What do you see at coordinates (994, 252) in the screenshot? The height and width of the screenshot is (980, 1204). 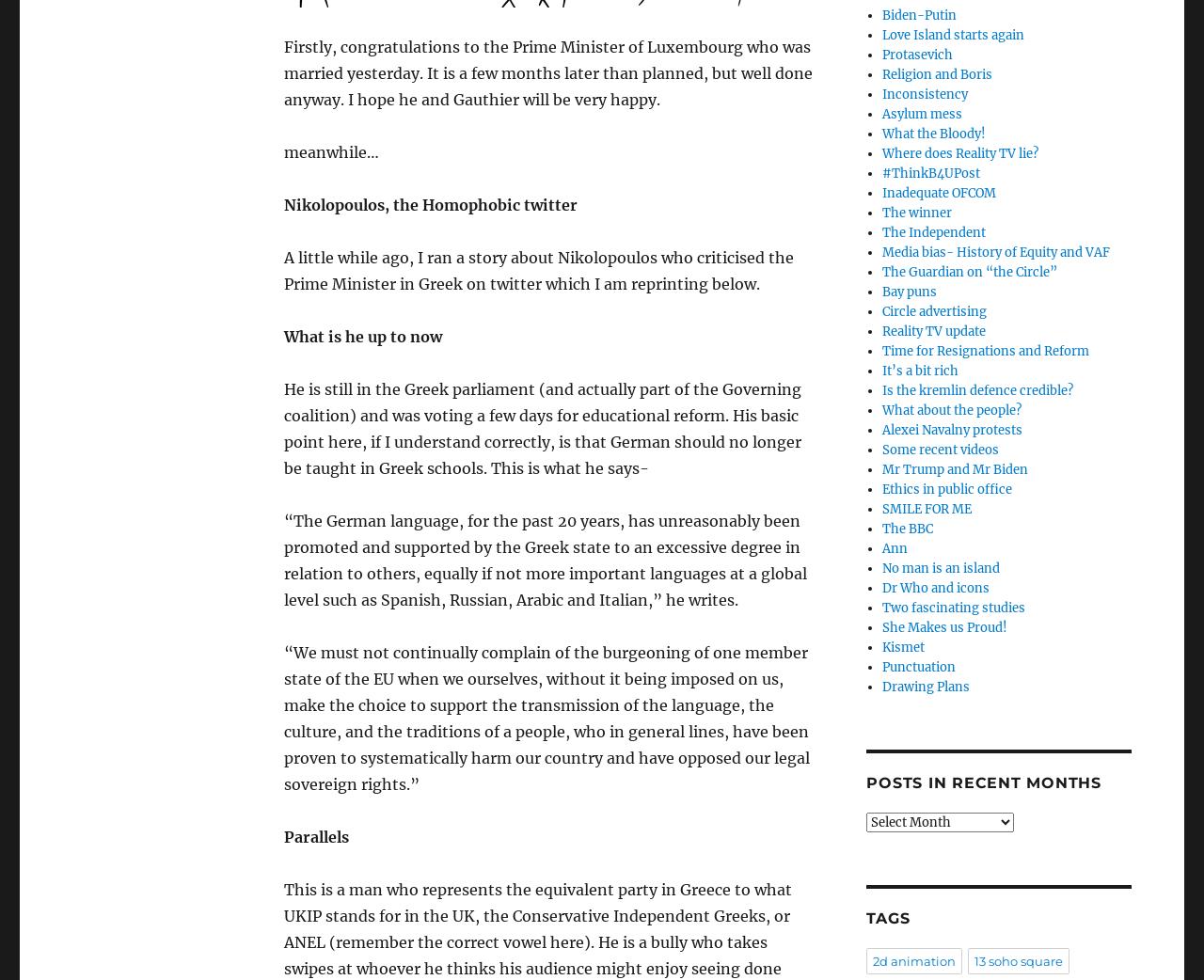 I see `'Media bias- History of Equity and VAF'` at bounding box center [994, 252].